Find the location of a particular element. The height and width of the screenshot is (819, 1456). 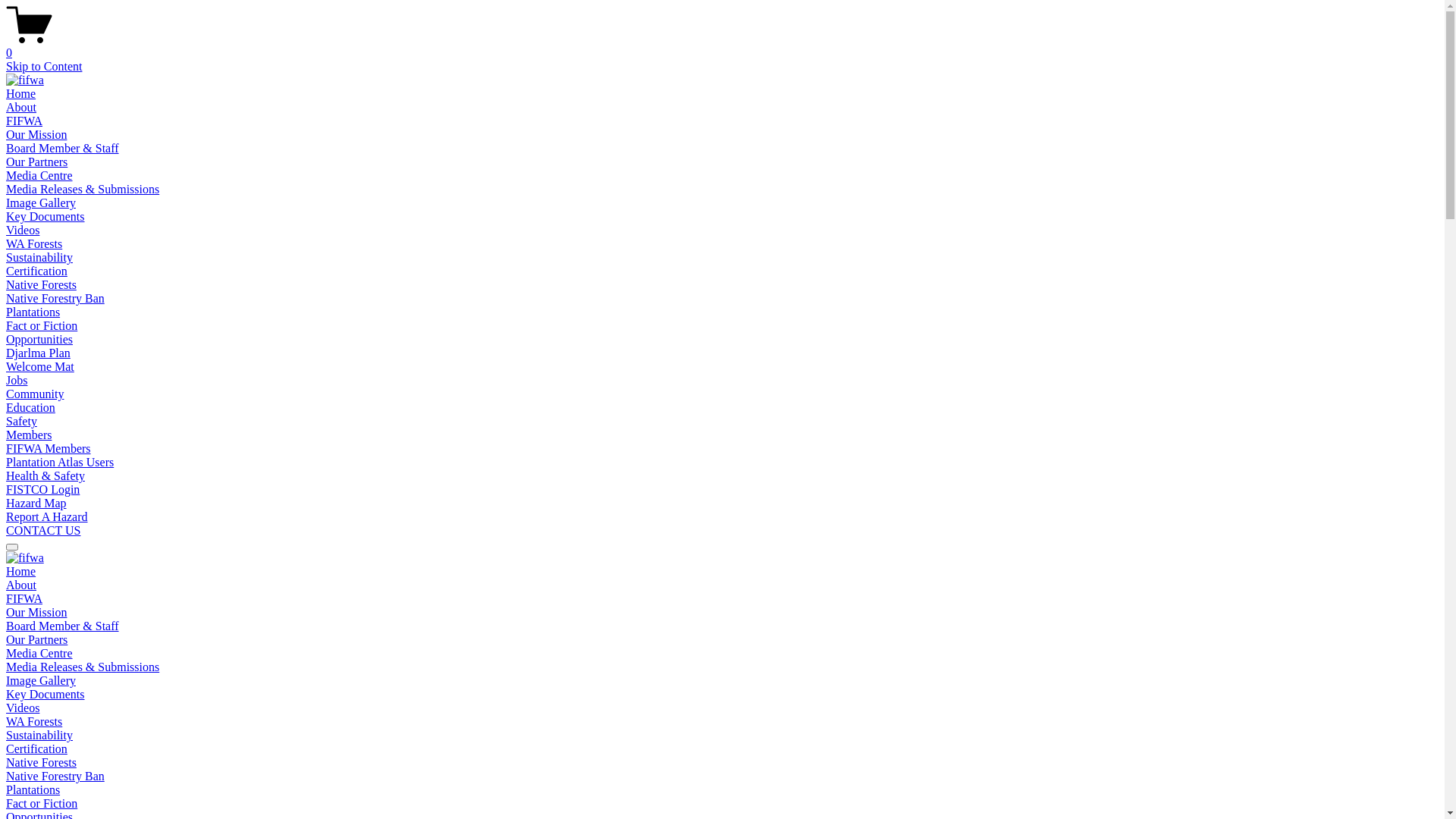

'CONTACT US' is located at coordinates (6, 529).